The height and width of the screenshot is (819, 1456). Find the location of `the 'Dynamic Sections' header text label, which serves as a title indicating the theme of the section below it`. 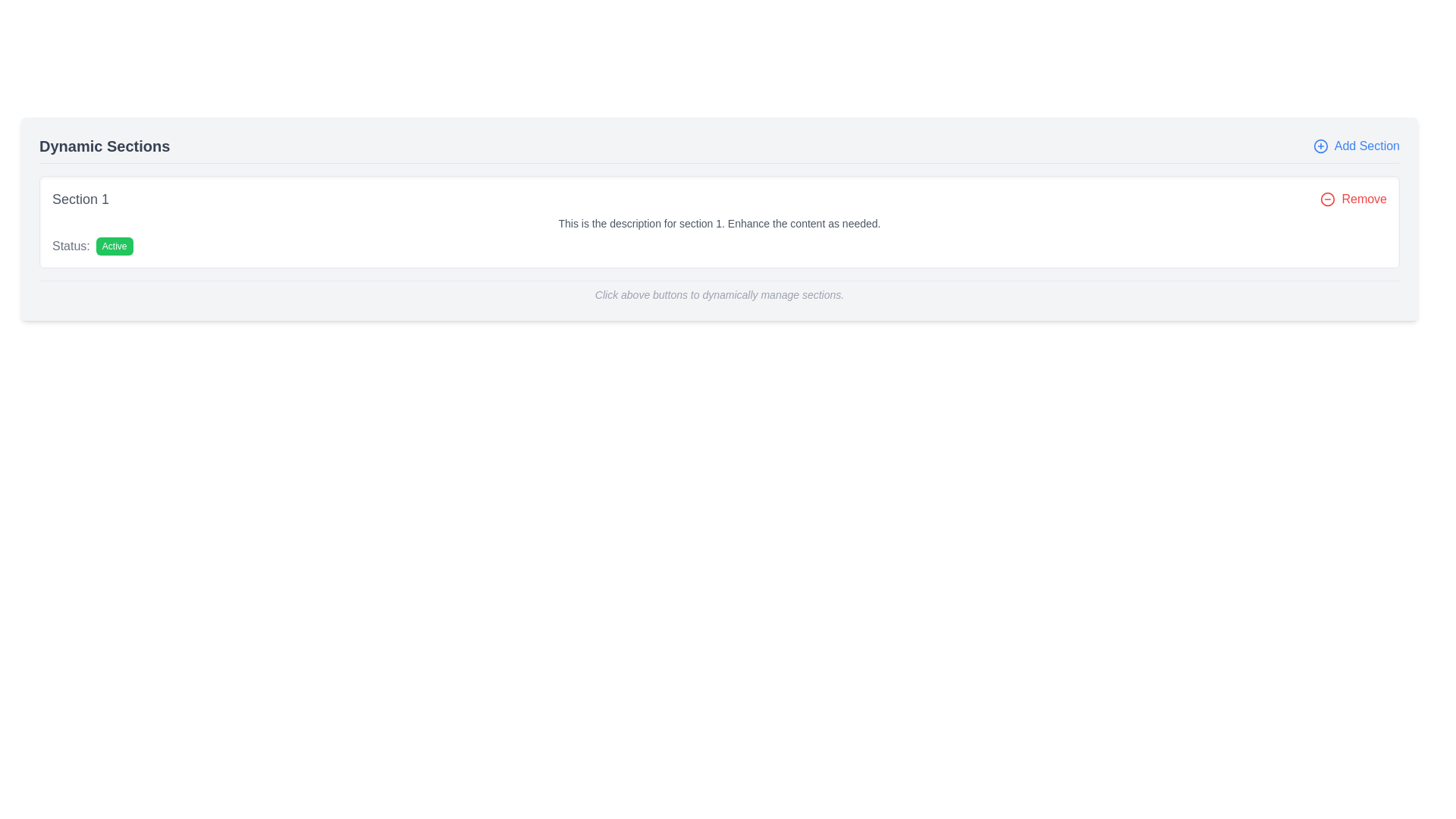

the 'Dynamic Sections' header text label, which serves as a title indicating the theme of the section below it is located at coordinates (104, 146).